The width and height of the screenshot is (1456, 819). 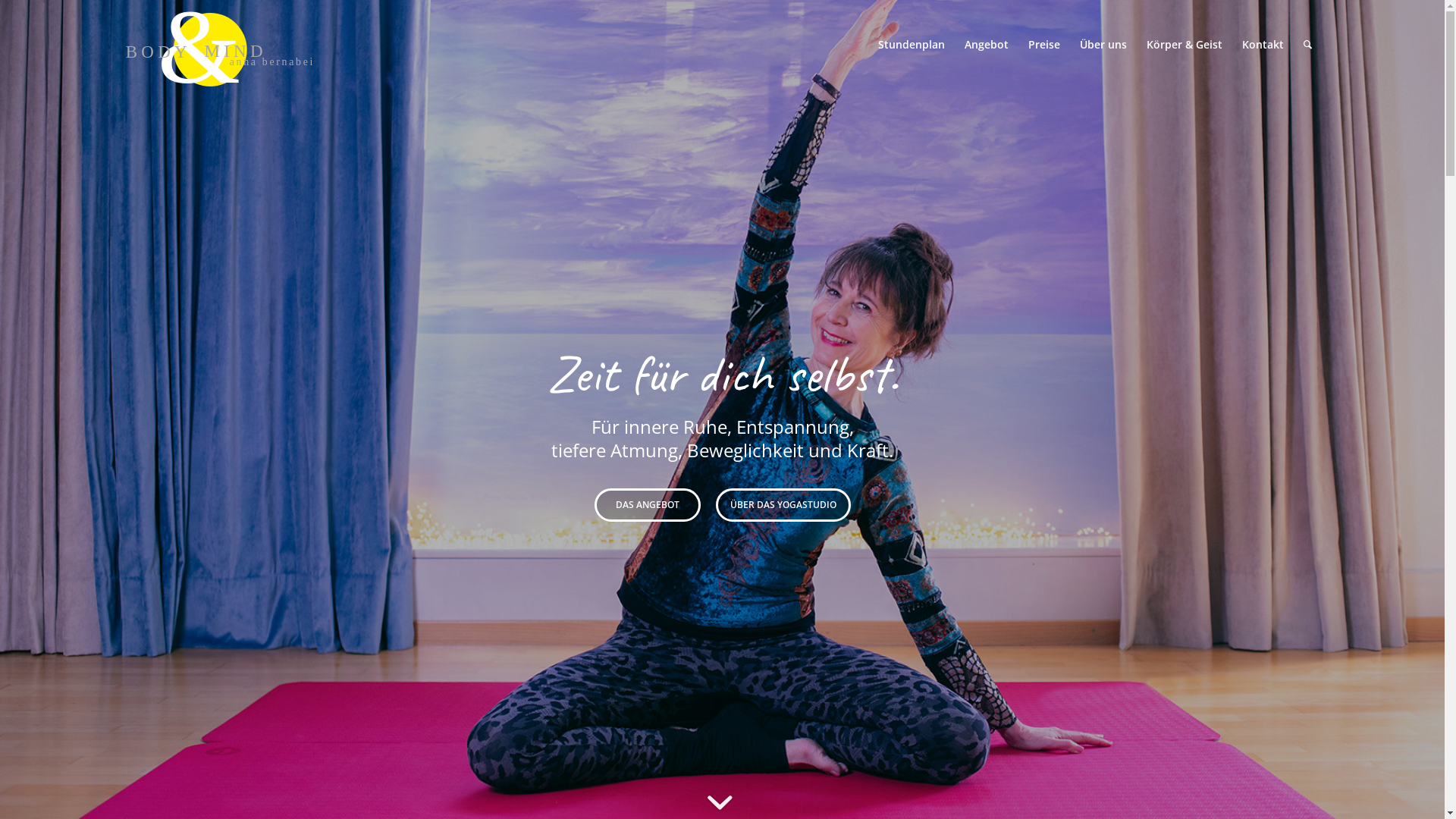 I want to click on 'Stundenplan', so click(x=910, y=43).